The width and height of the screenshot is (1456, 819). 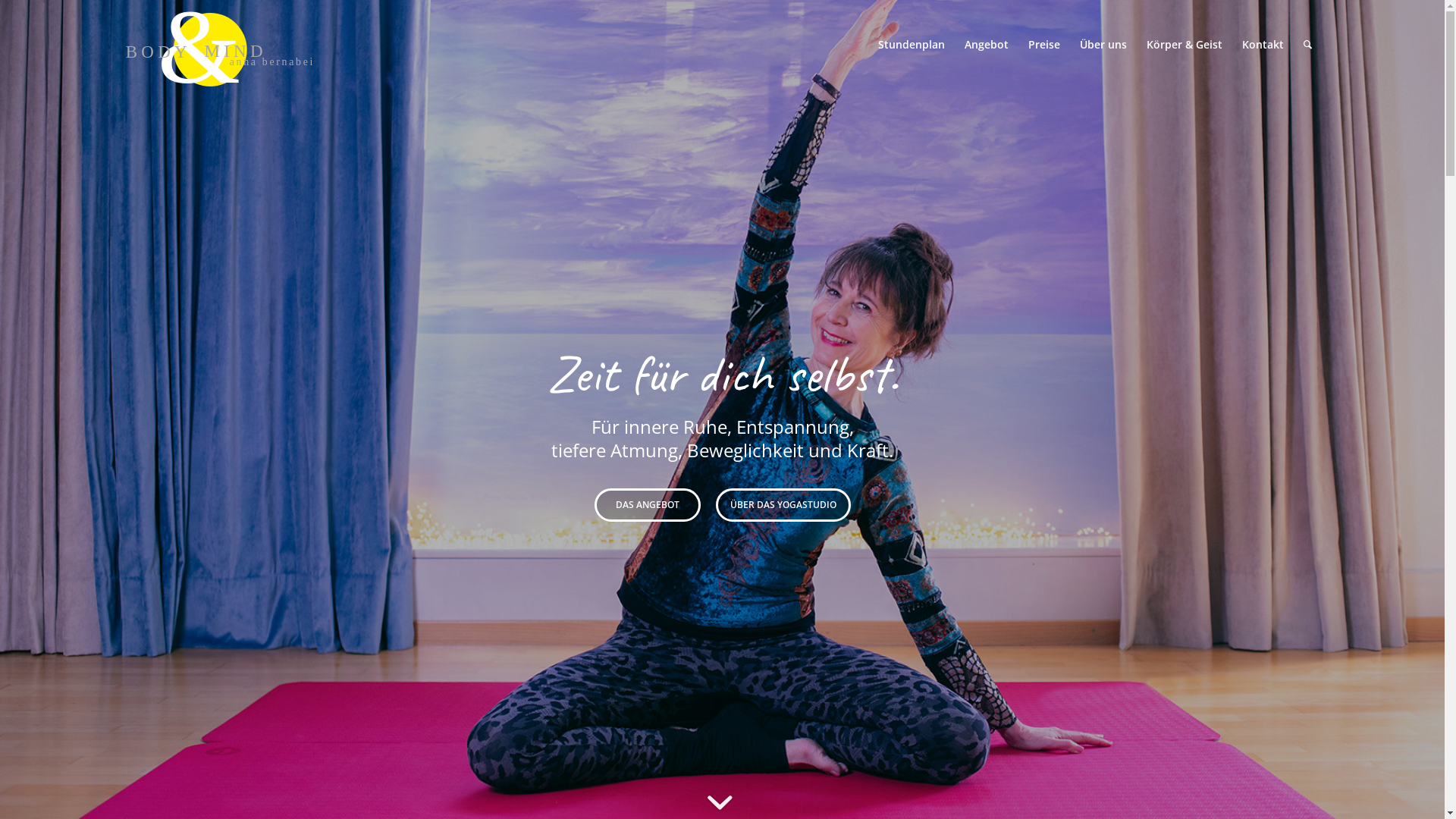 I want to click on 'Stundenplan', so click(x=910, y=43).